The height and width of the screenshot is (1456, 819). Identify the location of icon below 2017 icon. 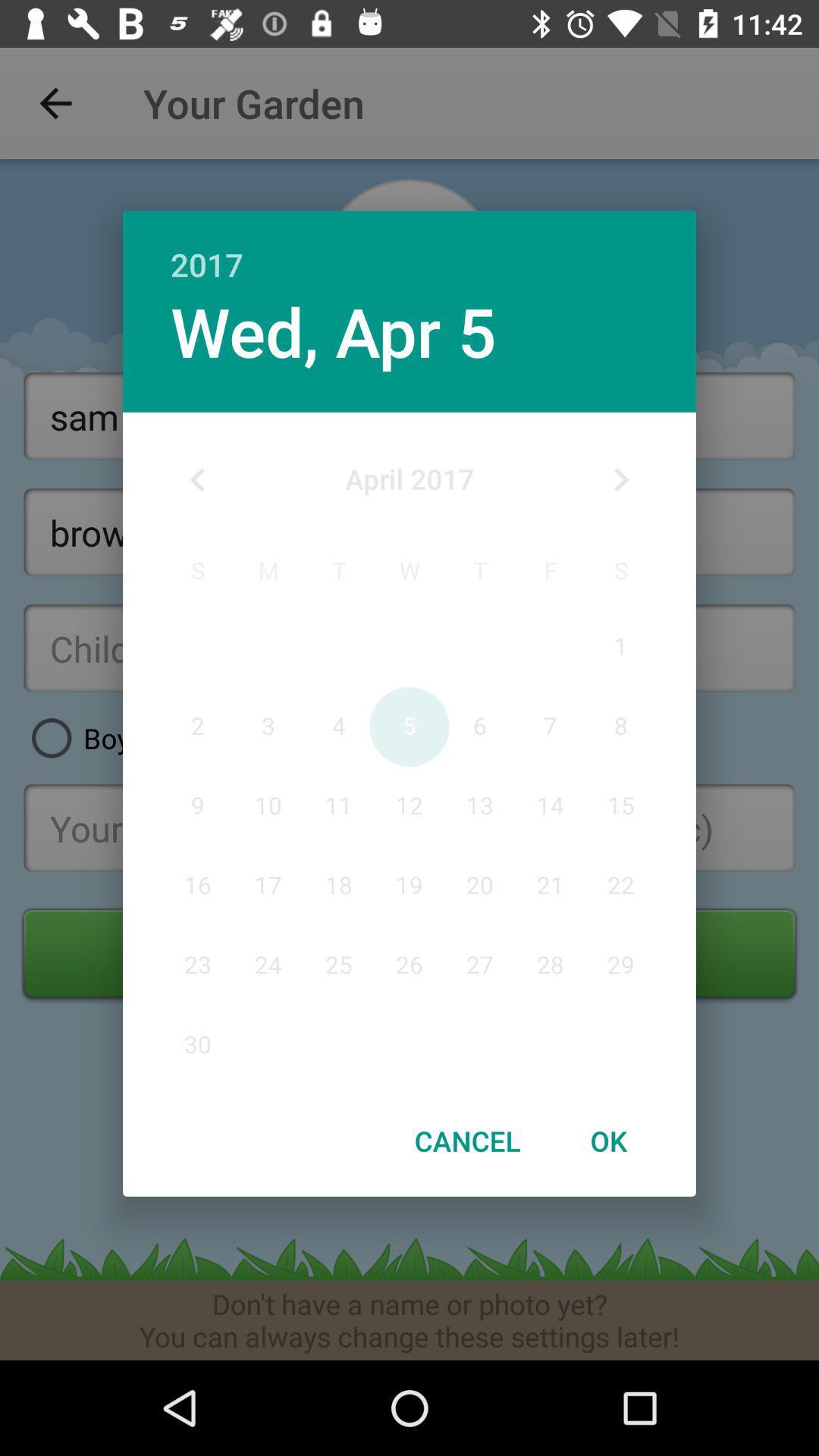
(332, 330).